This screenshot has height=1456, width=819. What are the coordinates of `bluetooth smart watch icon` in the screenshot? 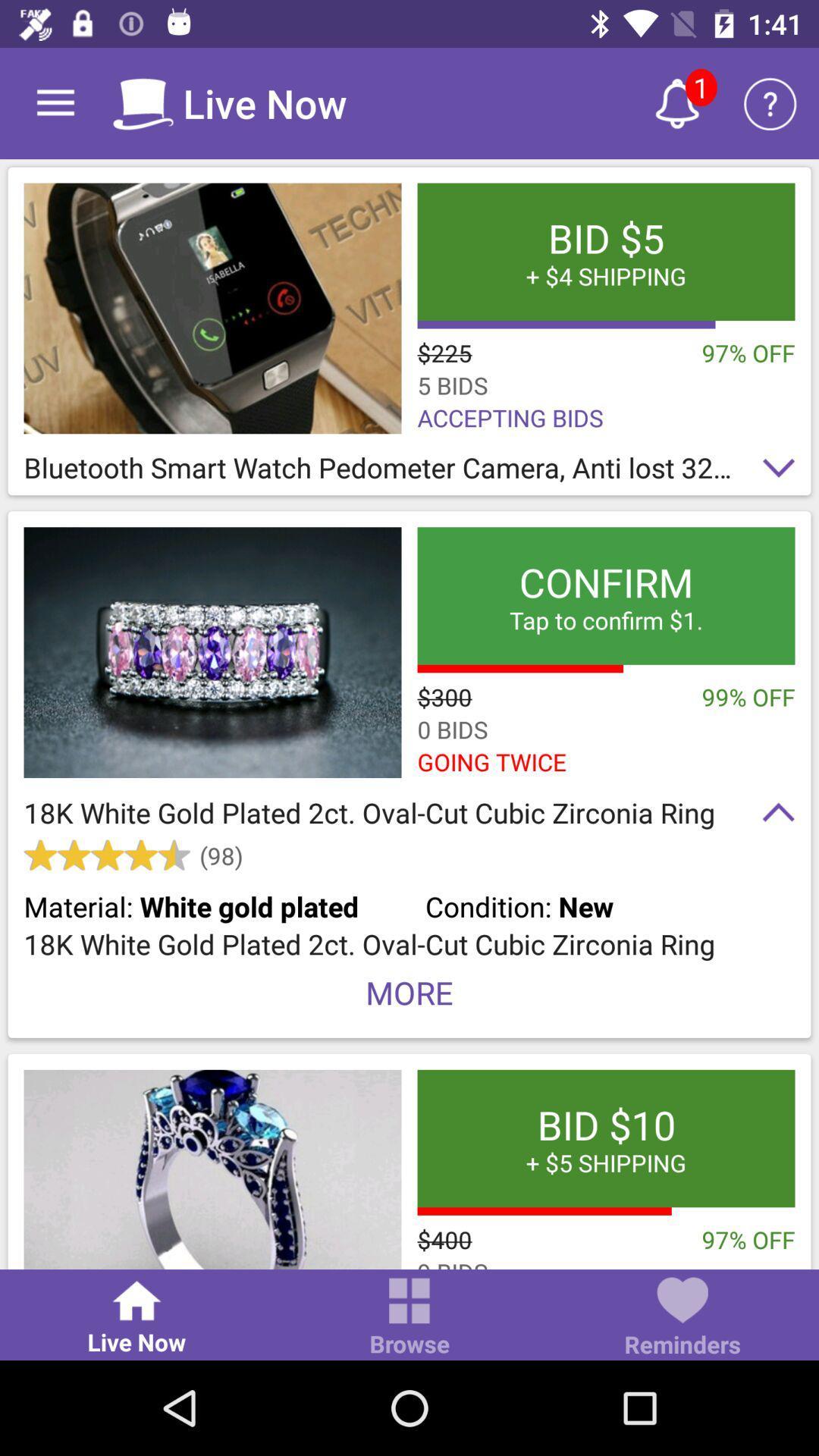 It's located at (409, 472).